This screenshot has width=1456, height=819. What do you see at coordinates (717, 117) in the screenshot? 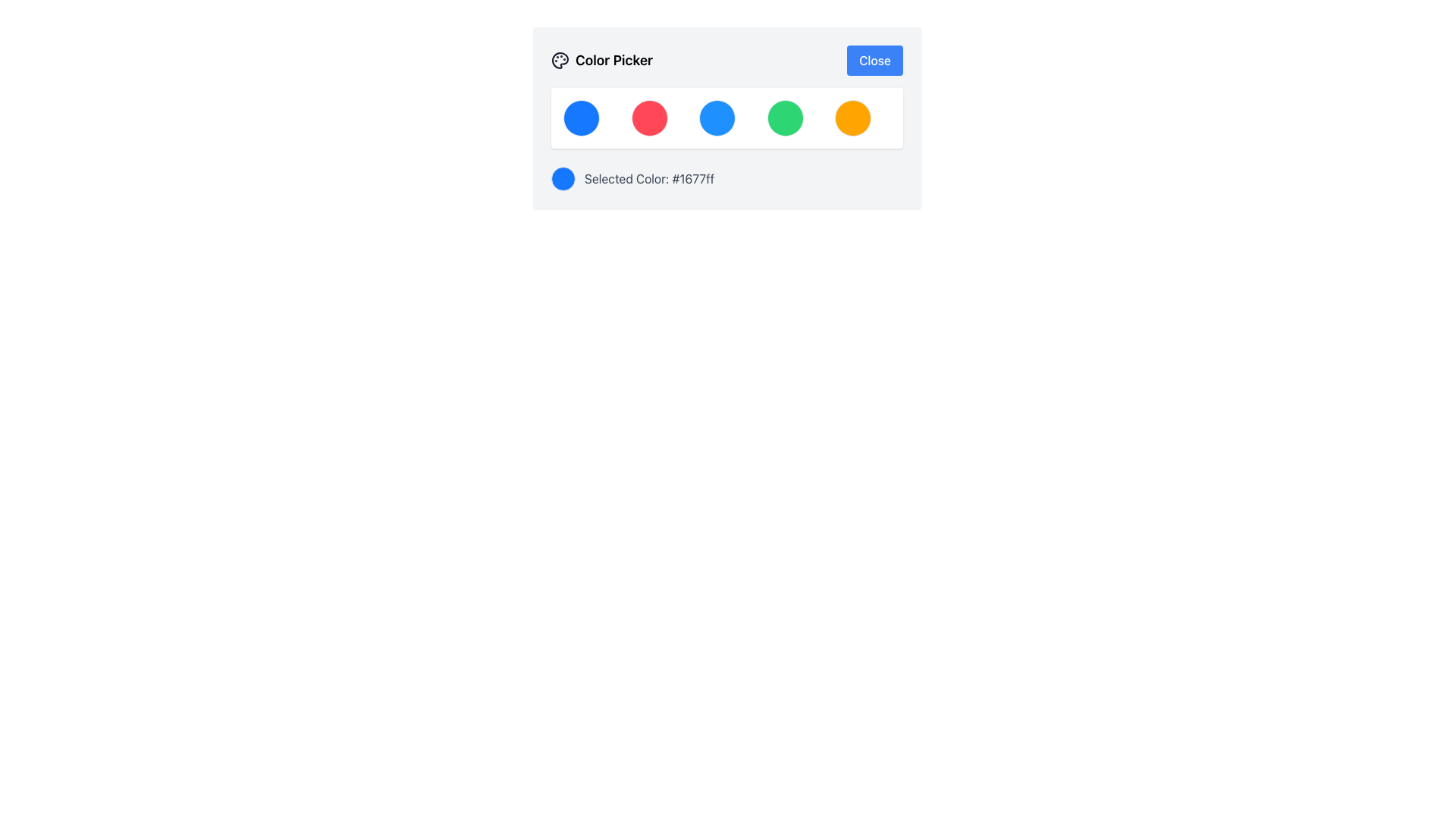
I see `the third circular button in the color picker interface` at bounding box center [717, 117].